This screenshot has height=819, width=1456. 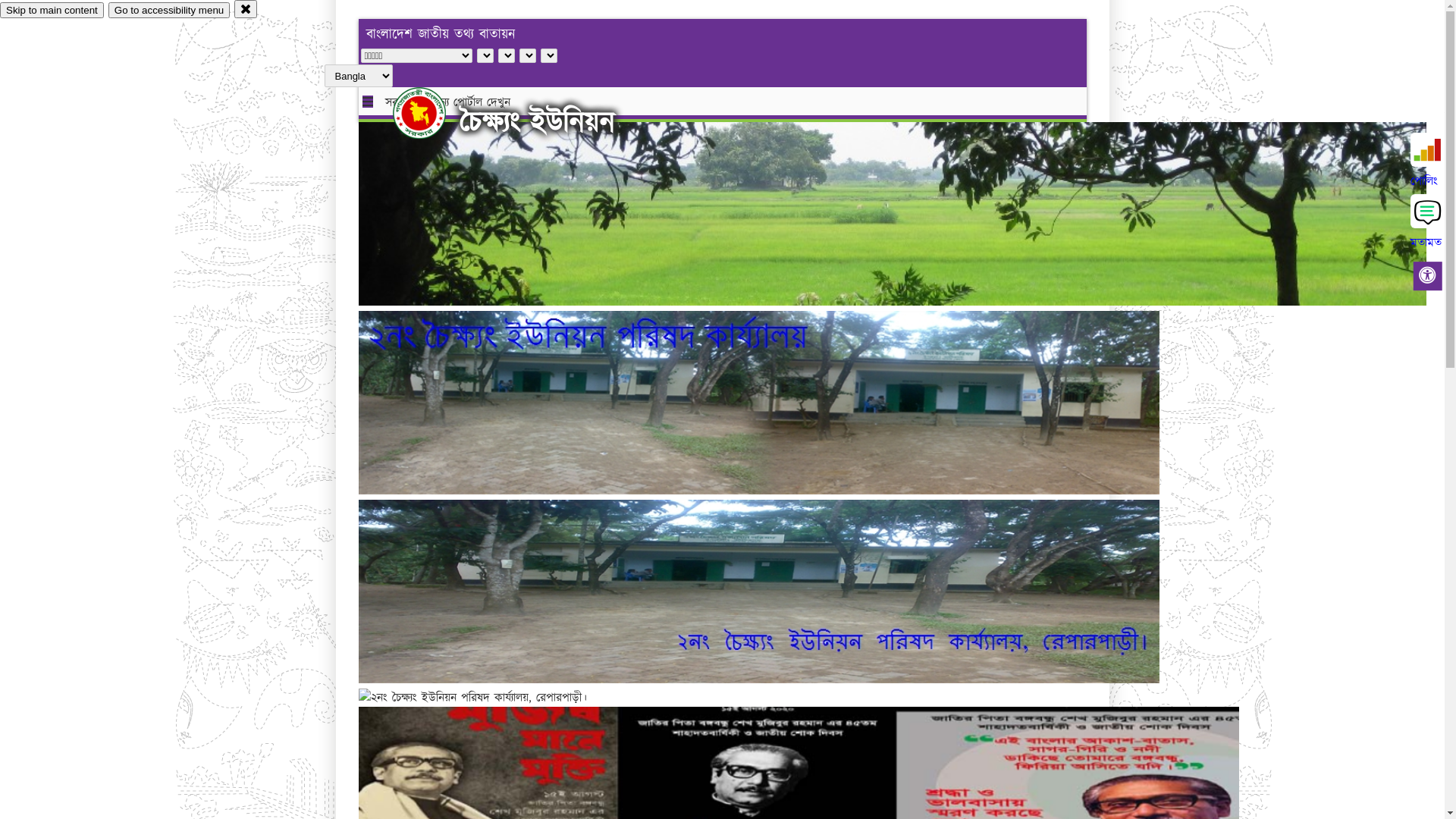 I want to click on 'Go to accessibility menu', so click(x=168, y=10).